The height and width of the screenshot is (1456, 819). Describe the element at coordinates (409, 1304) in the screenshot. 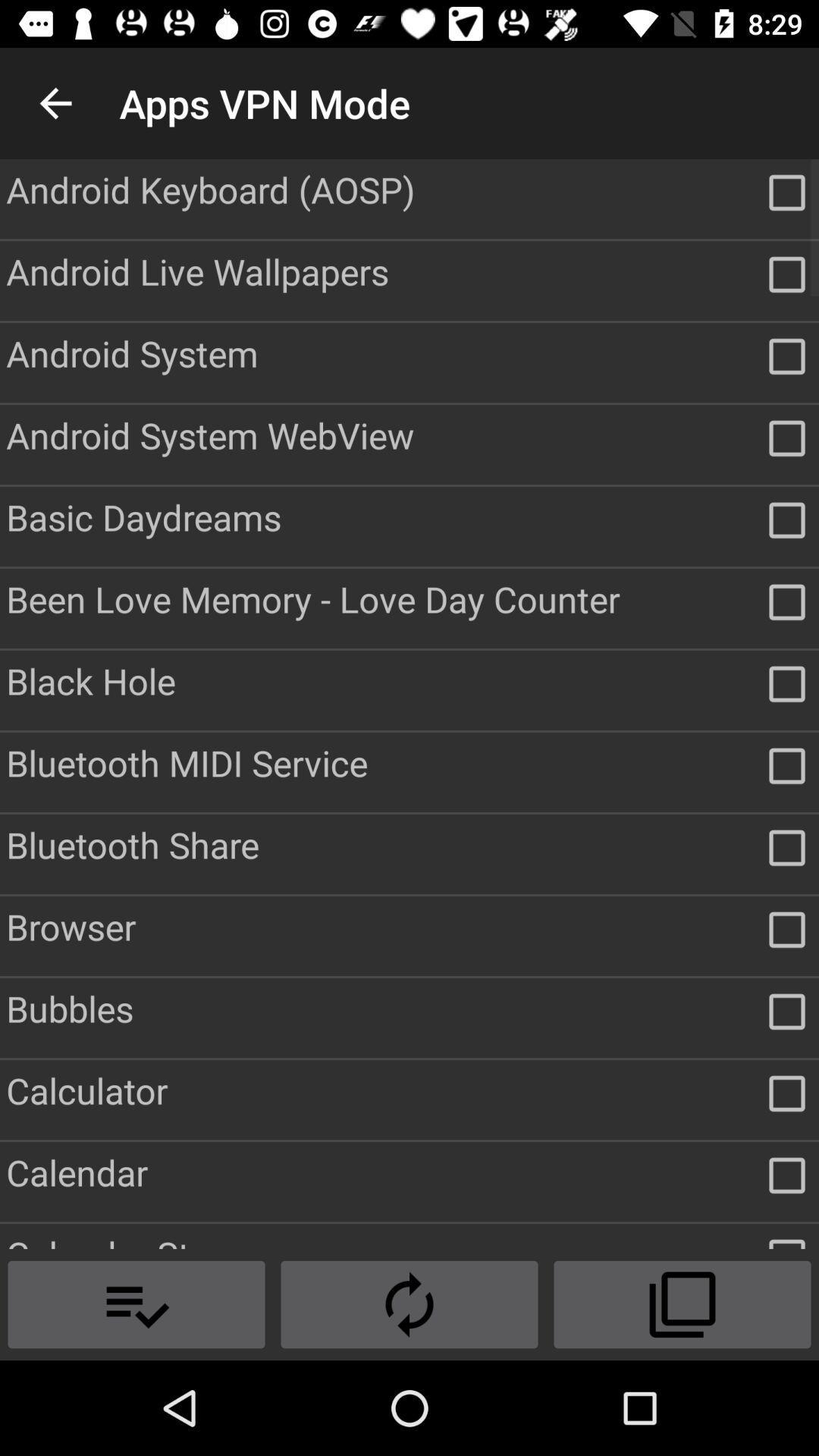

I see `the compare icon` at that location.